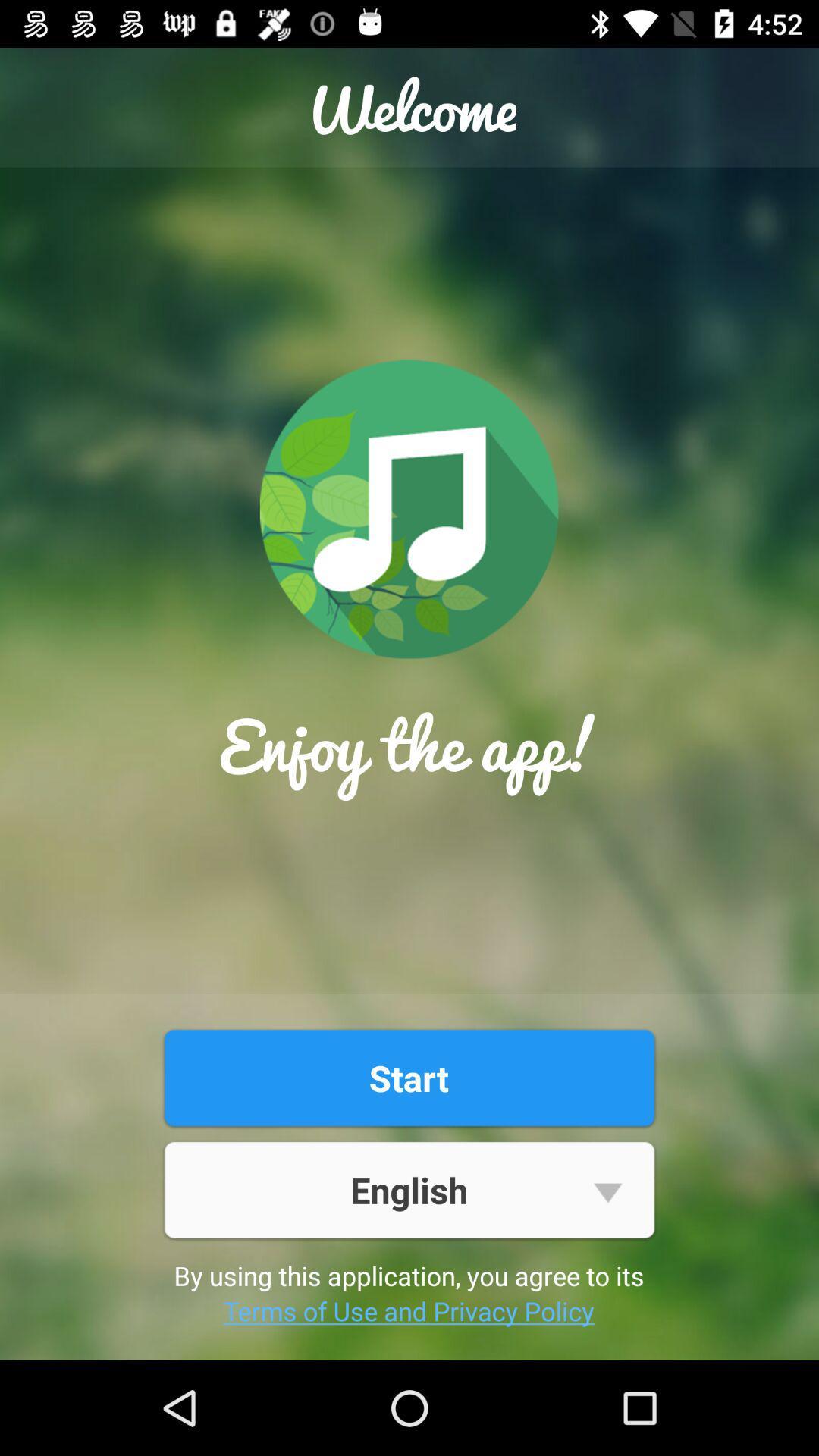 This screenshot has width=819, height=1456. What do you see at coordinates (408, 1077) in the screenshot?
I see `the item below enjoy the app!` at bounding box center [408, 1077].